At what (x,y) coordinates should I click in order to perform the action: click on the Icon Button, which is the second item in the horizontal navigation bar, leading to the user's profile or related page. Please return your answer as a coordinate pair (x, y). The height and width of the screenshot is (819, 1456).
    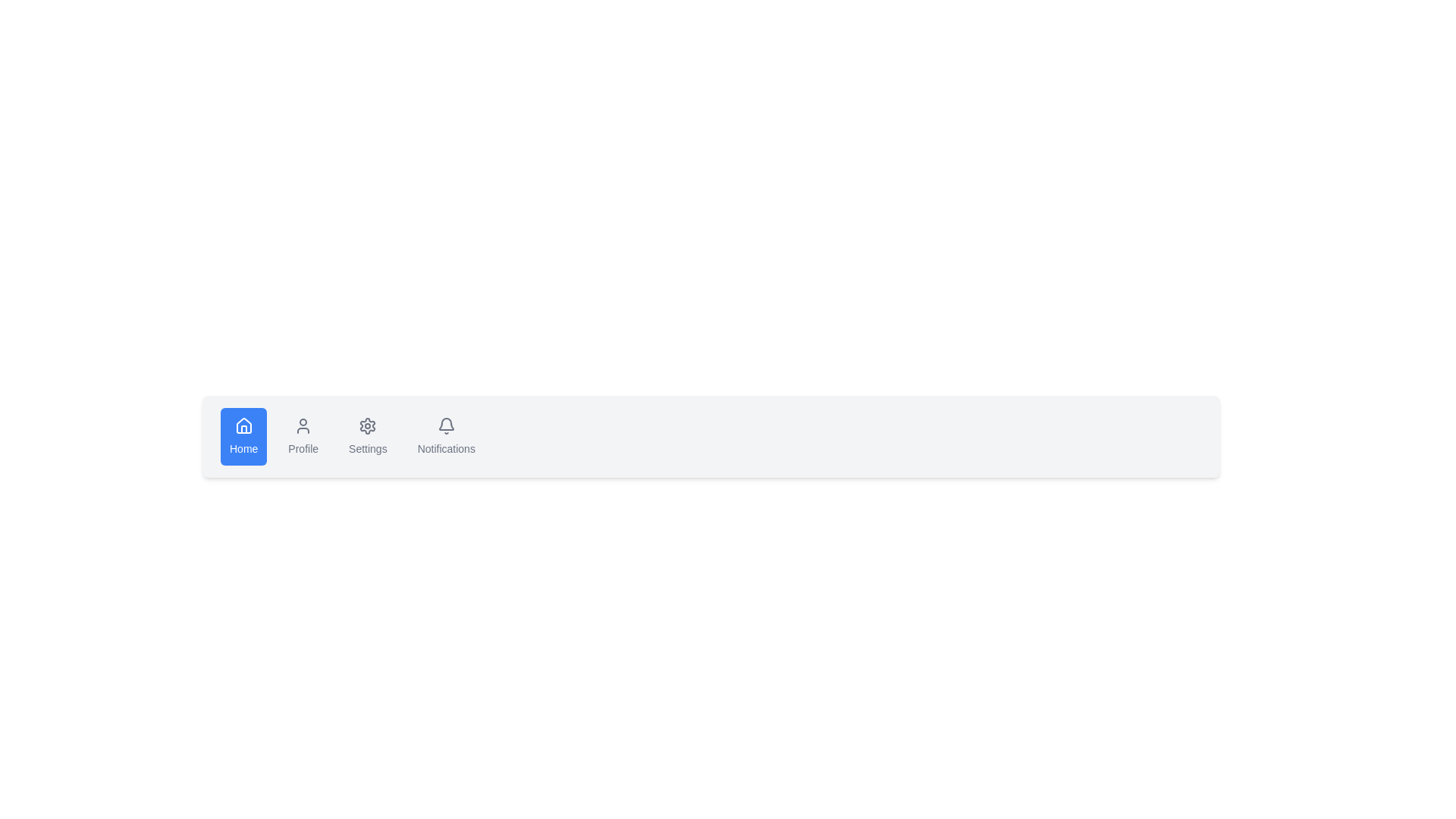
    Looking at the image, I should click on (303, 426).